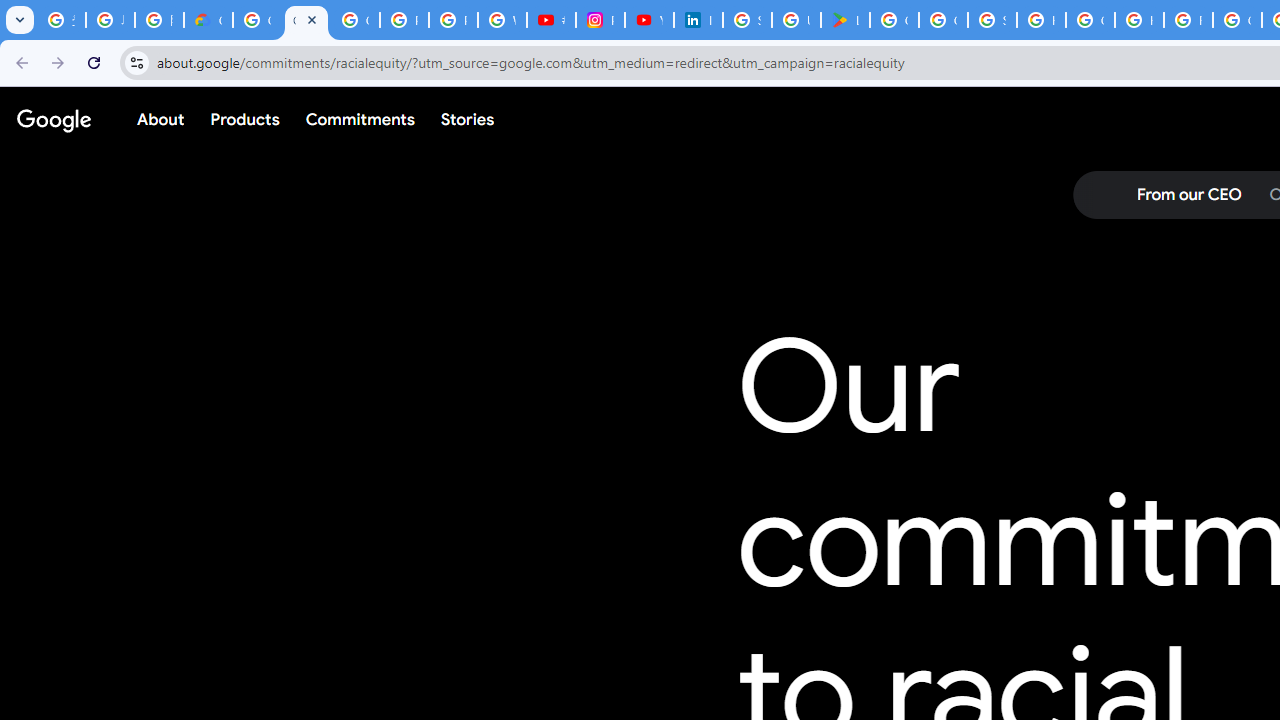  Describe the element at coordinates (452, 20) in the screenshot. I see `'Privacy Help Center - Policies Help'` at that location.